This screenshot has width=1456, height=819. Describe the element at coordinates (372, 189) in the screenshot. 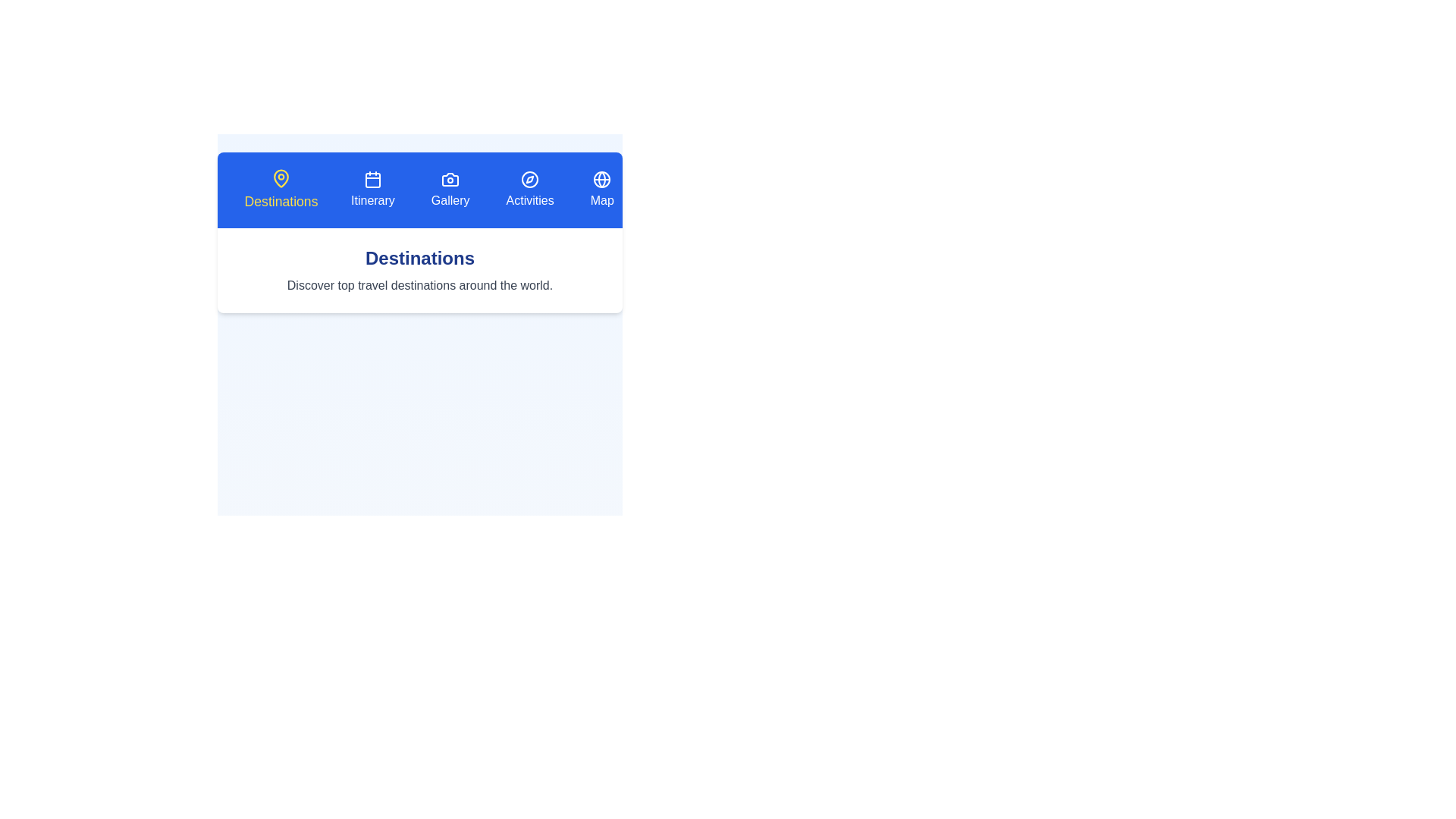

I see `the navigation button labeled 'Itinerary', which is the second option in the blue navigation bar` at that location.